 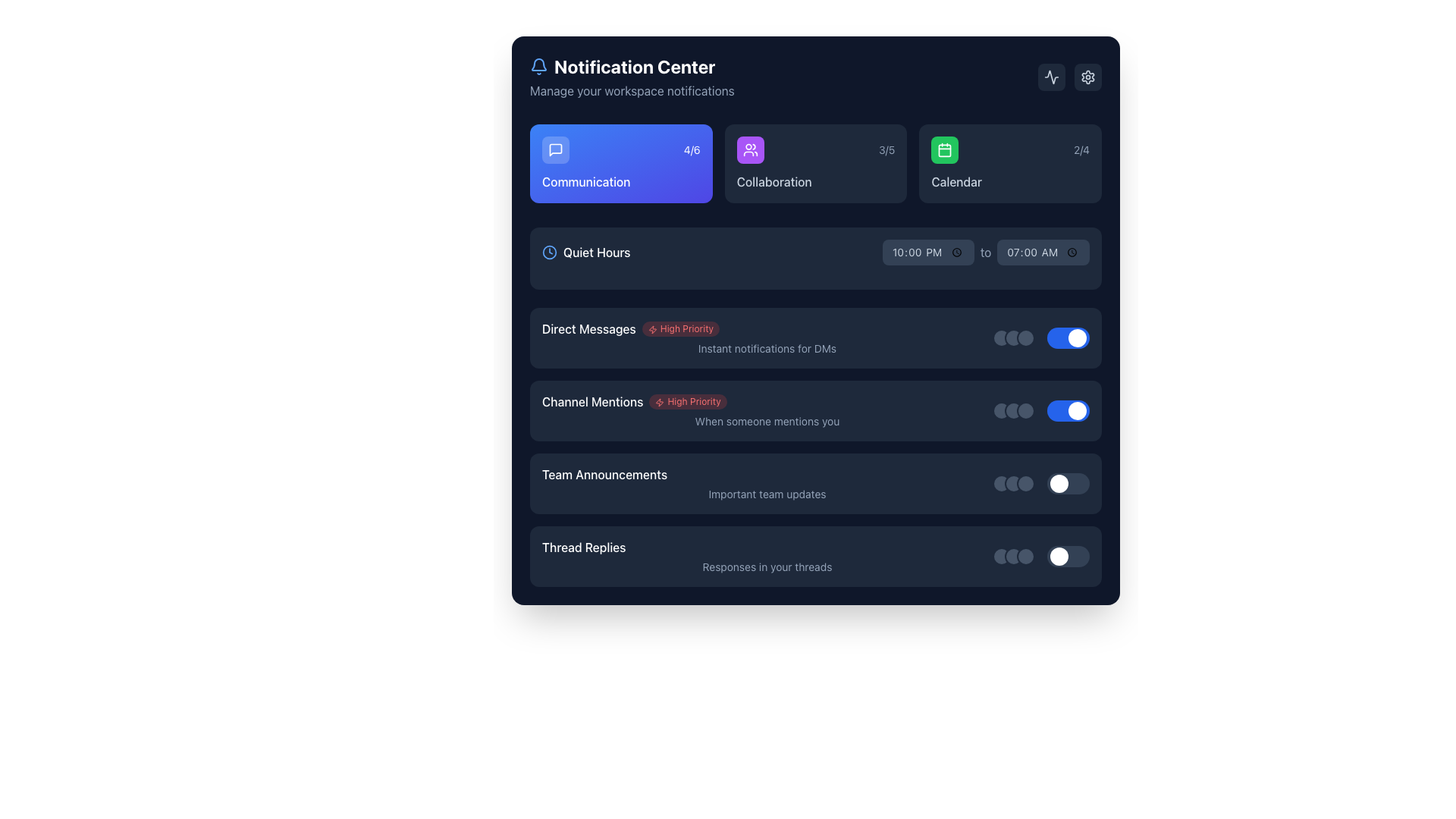 What do you see at coordinates (1051, 77) in the screenshot?
I see `the activity monitoring icon located at the top right corner of the notification panel` at bounding box center [1051, 77].